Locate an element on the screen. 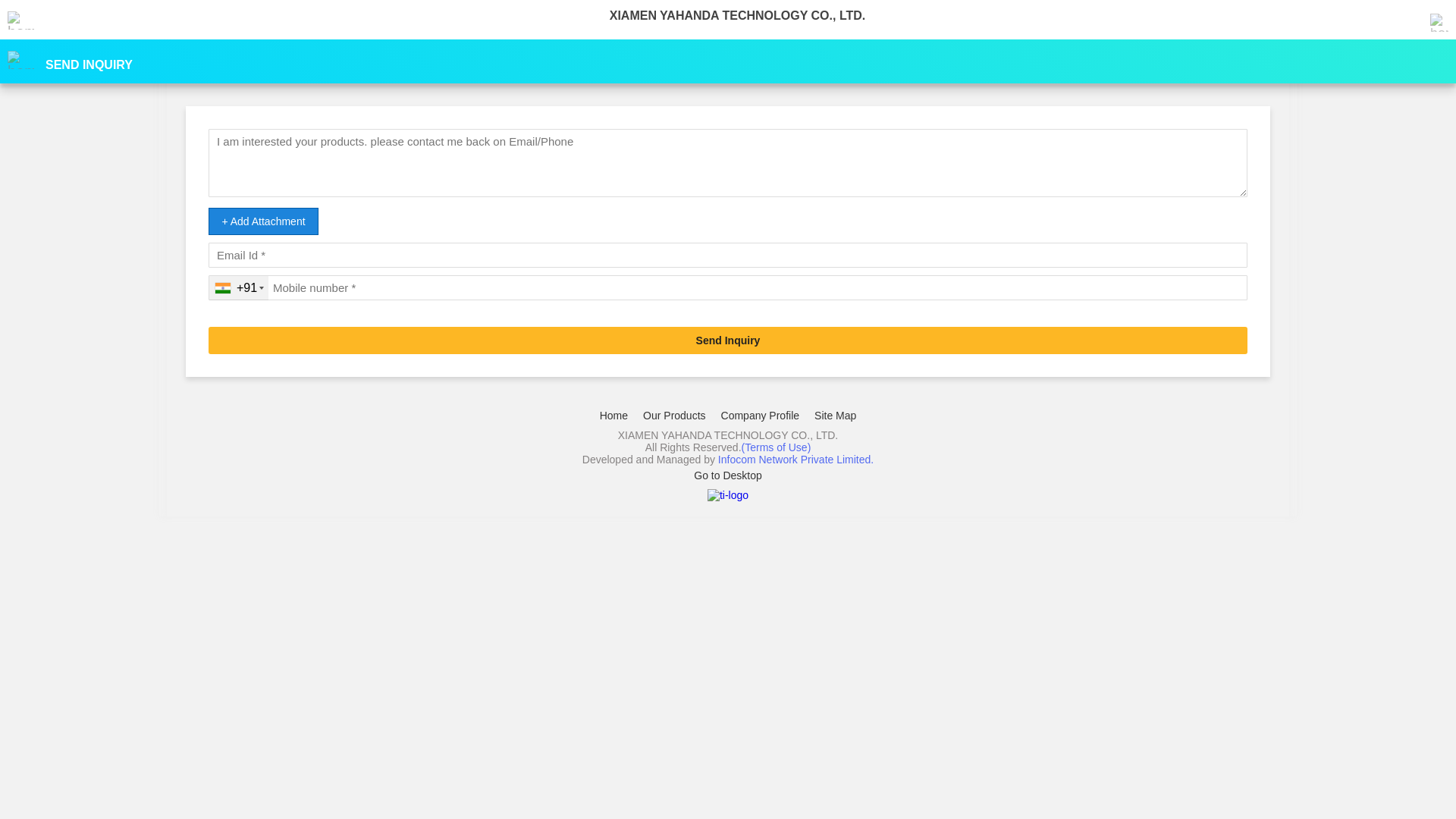 The image size is (1456, 819). 'Our Products' is located at coordinates (673, 415).